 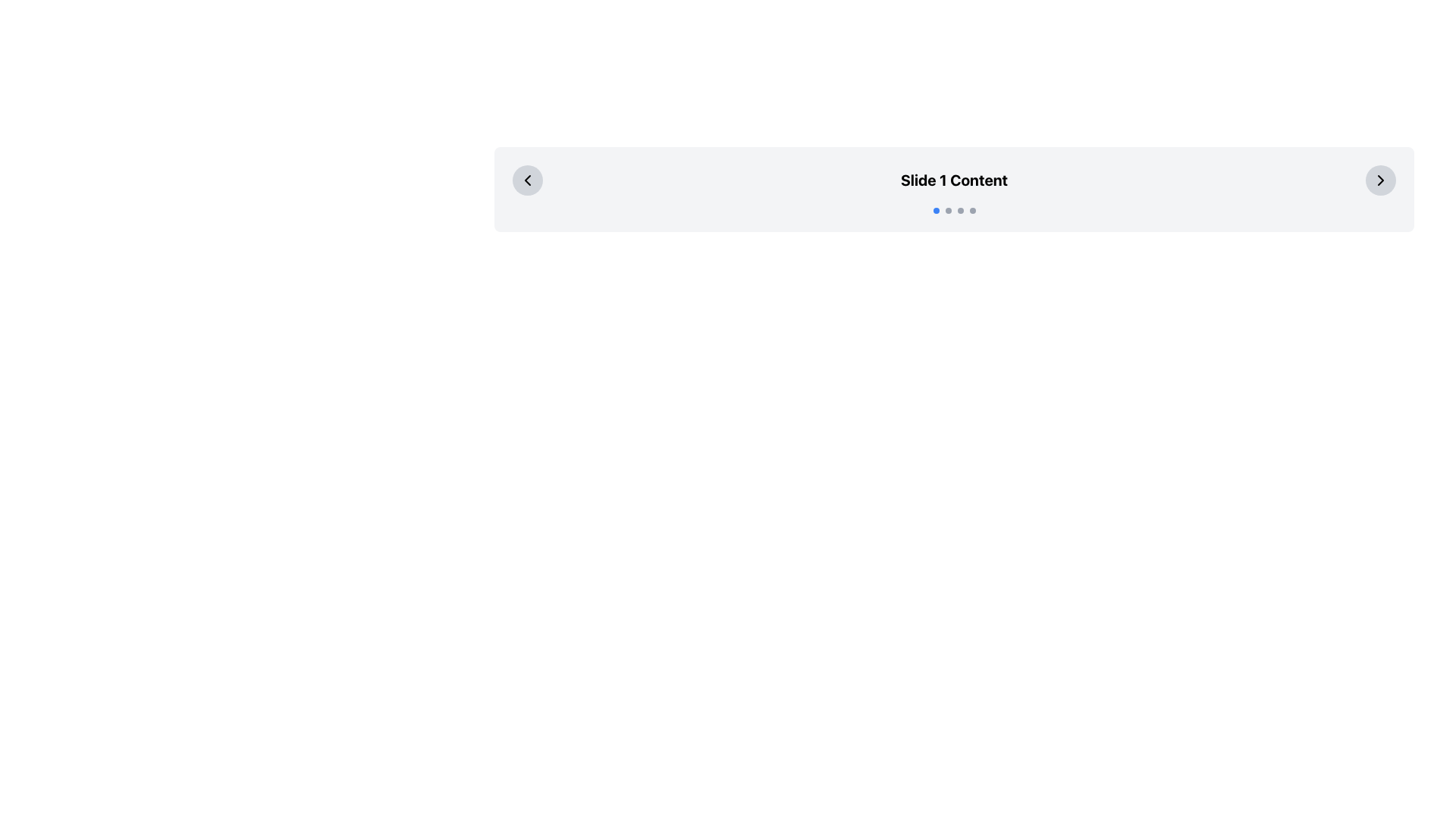 What do you see at coordinates (953, 210) in the screenshot?
I see `the pagination indicator dot located at the lower center of the interface, which represents the currently active slide` at bounding box center [953, 210].